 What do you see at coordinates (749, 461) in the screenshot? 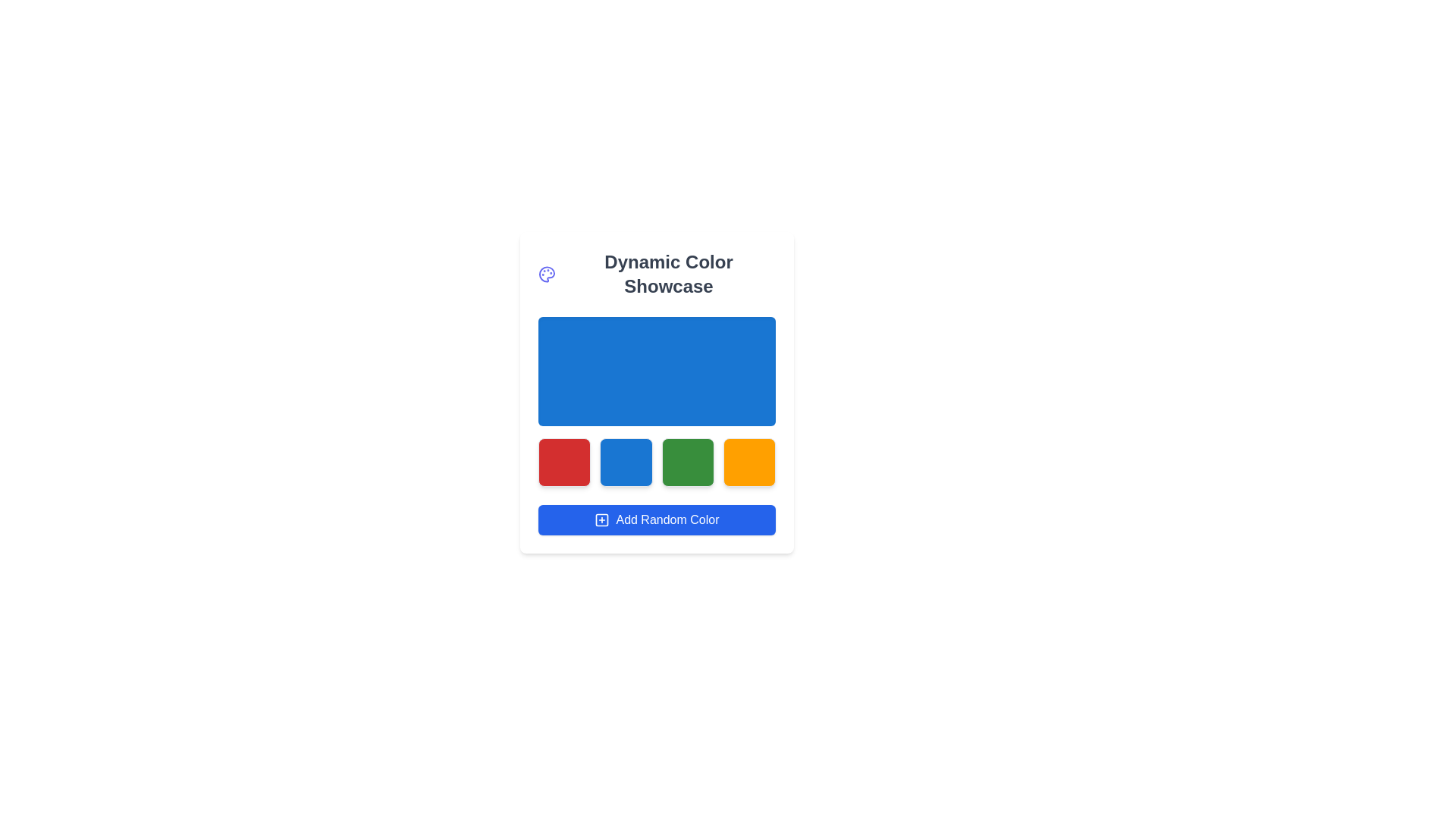
I see `the fourth square in the Dynamic Color Showcase section, which has a bright orange background color` at bounding box center [749, 461].